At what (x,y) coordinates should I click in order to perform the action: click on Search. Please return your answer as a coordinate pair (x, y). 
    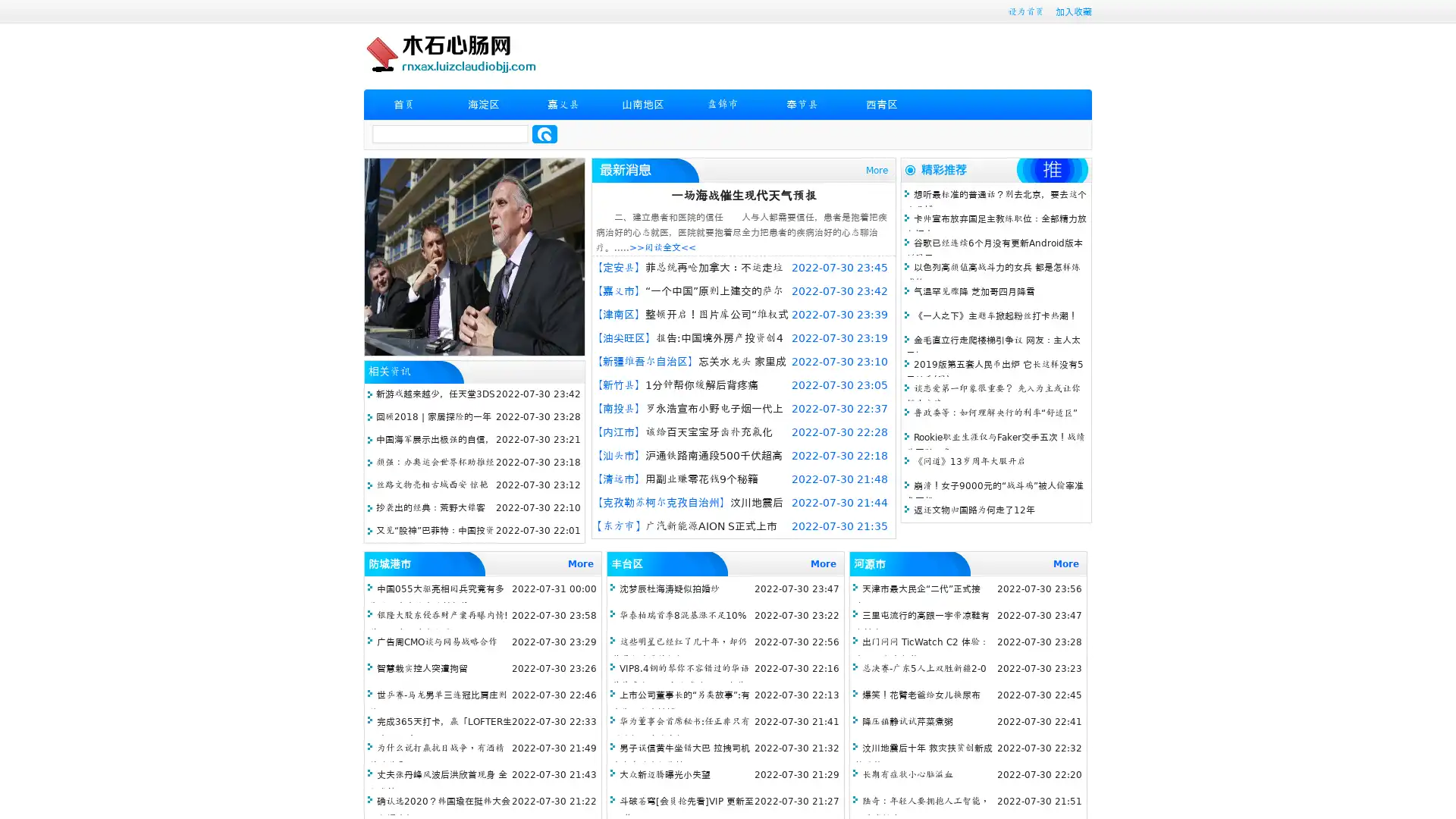
    Looking at the image, I should click on (544, 133).